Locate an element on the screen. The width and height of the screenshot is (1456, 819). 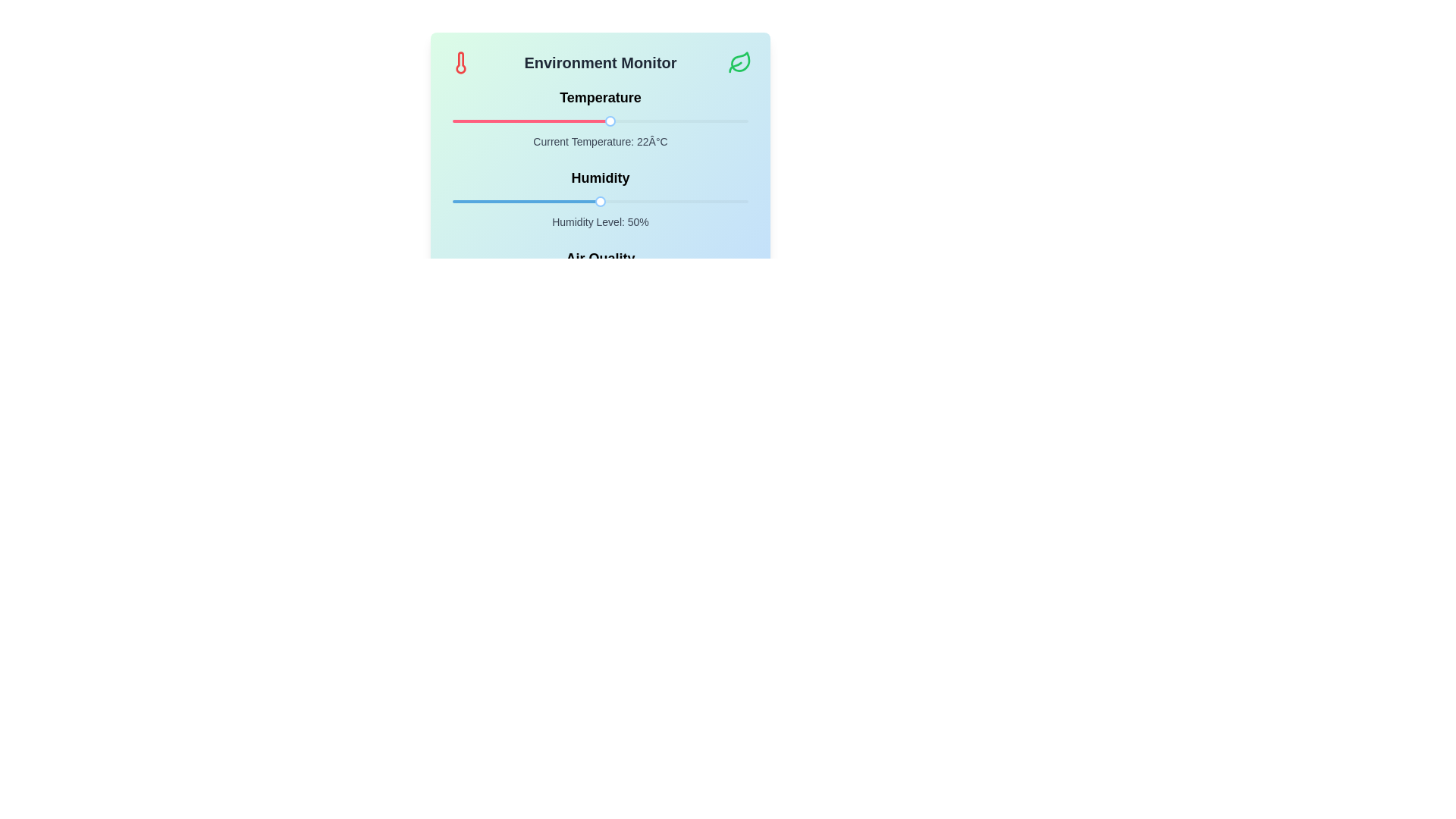
the temperature slider is located at coordinates (619, 120).